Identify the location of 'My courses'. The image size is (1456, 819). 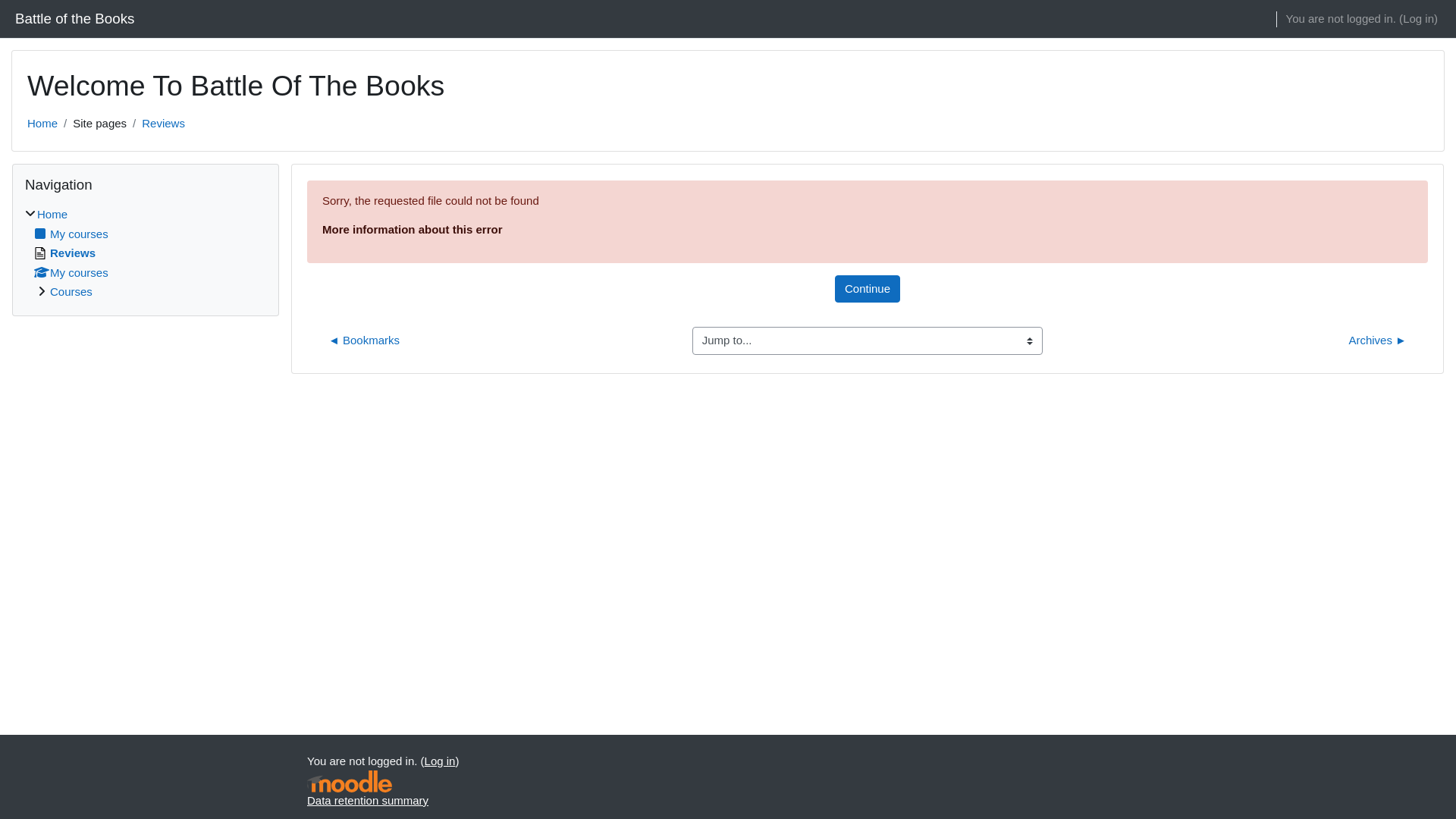
(71, 271).